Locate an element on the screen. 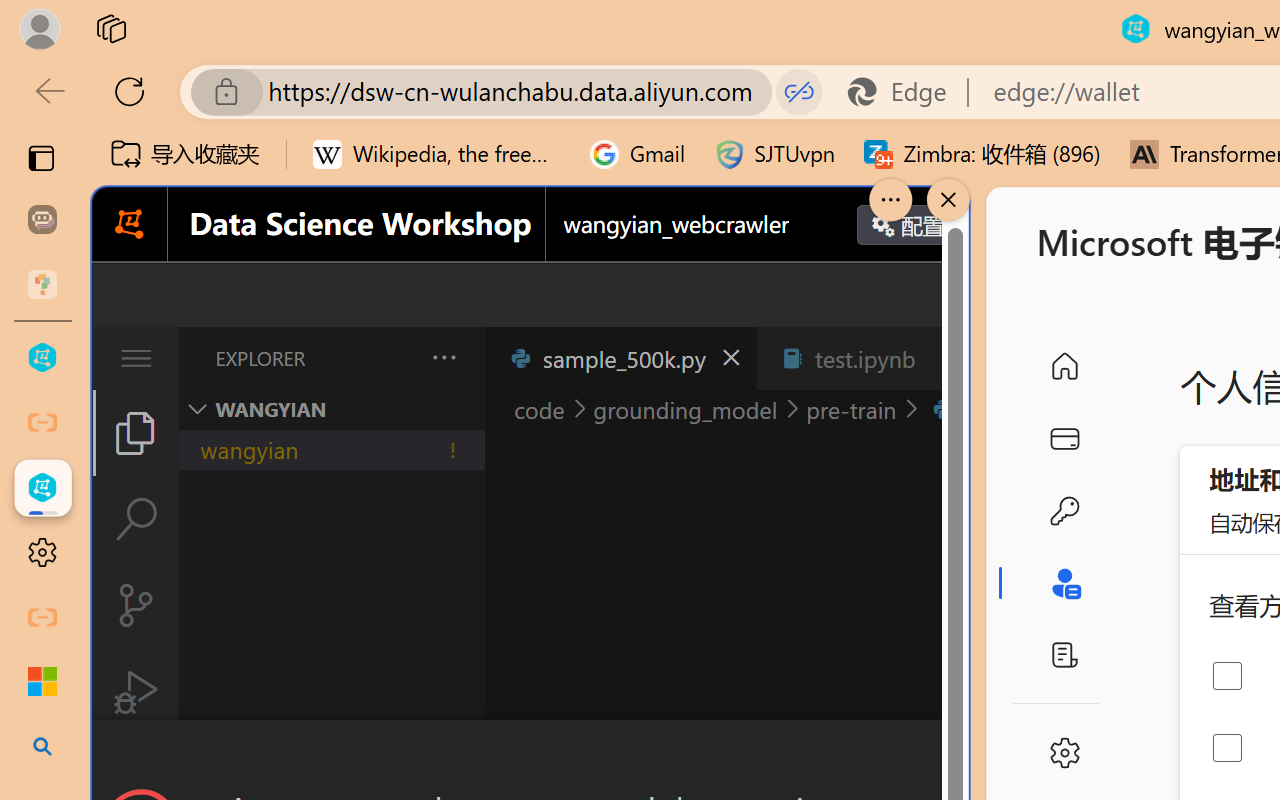  'sample_500k.py' is located at coordinates (619, 358).